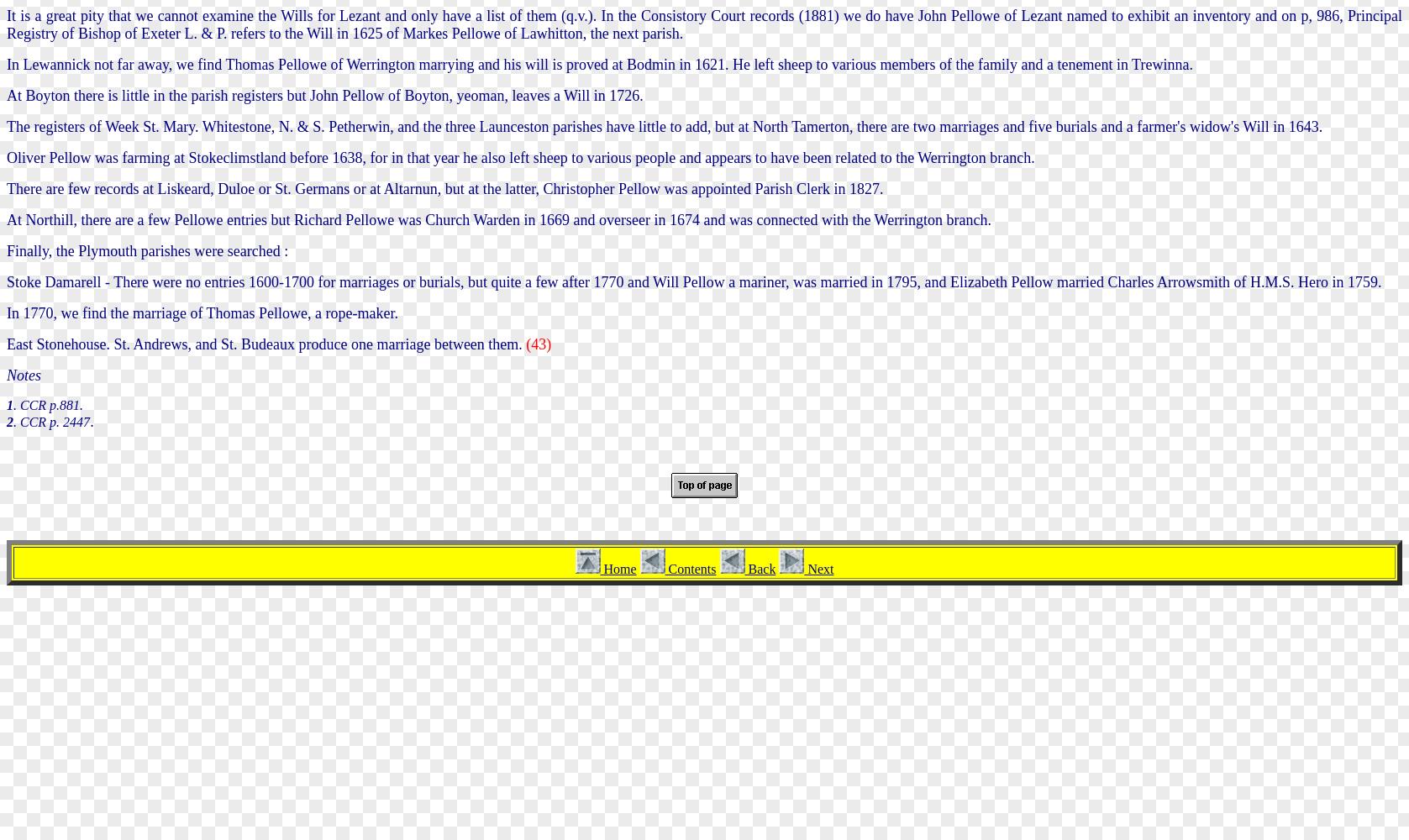  I want to click on 'Stoke
Damarell - There were no entries 1600-1700 for marriages or burials, but quite a
few after 1770 and Will Pellow a mariner, was married in 1795, and Elizabeth
Pellow married Charles Arrowsmith of H.M.S. Hero in 1759.', so click(693, 281).